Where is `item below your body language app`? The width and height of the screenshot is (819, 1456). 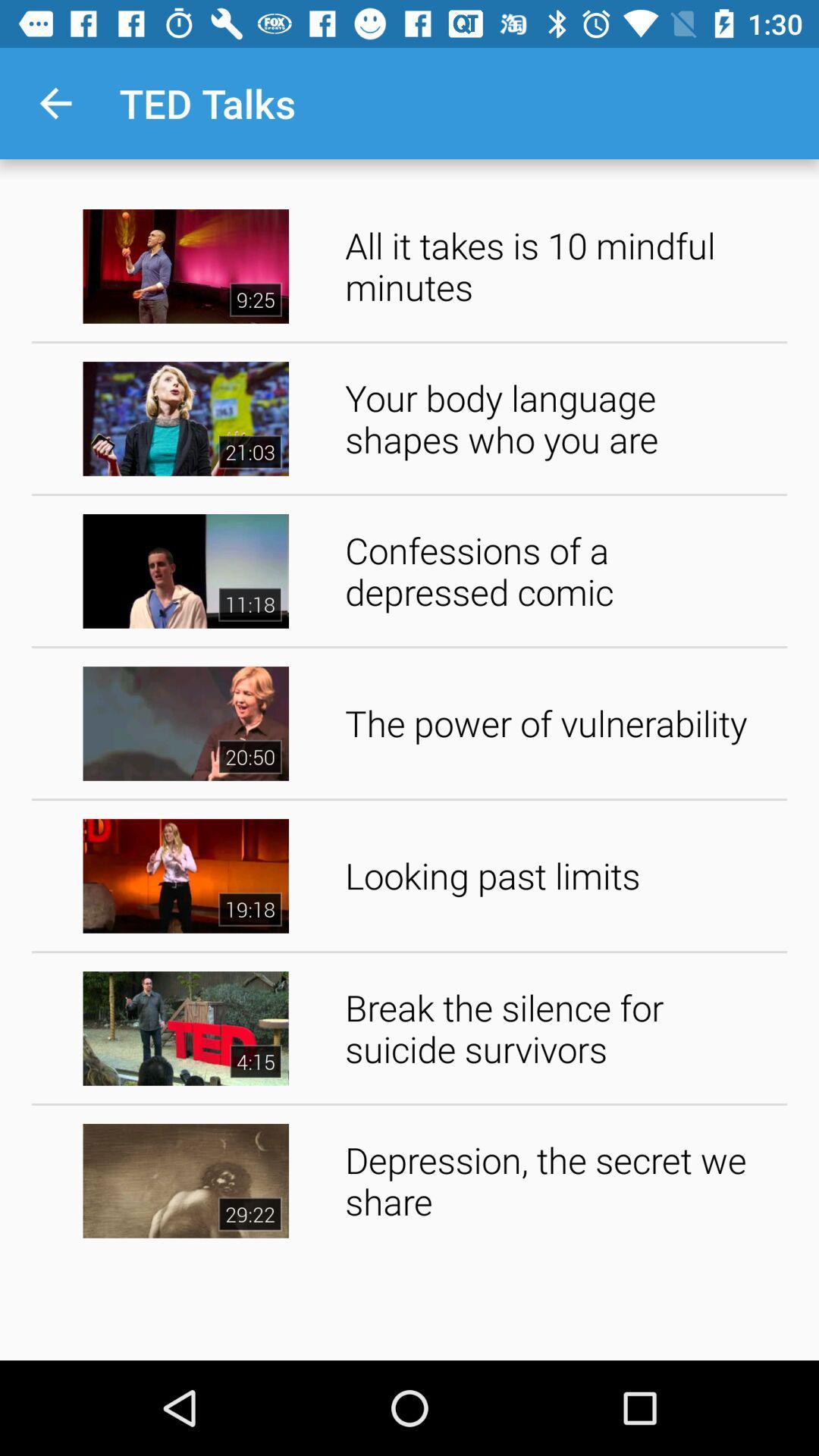 item below your body language app is located at coordinates (560, 570).